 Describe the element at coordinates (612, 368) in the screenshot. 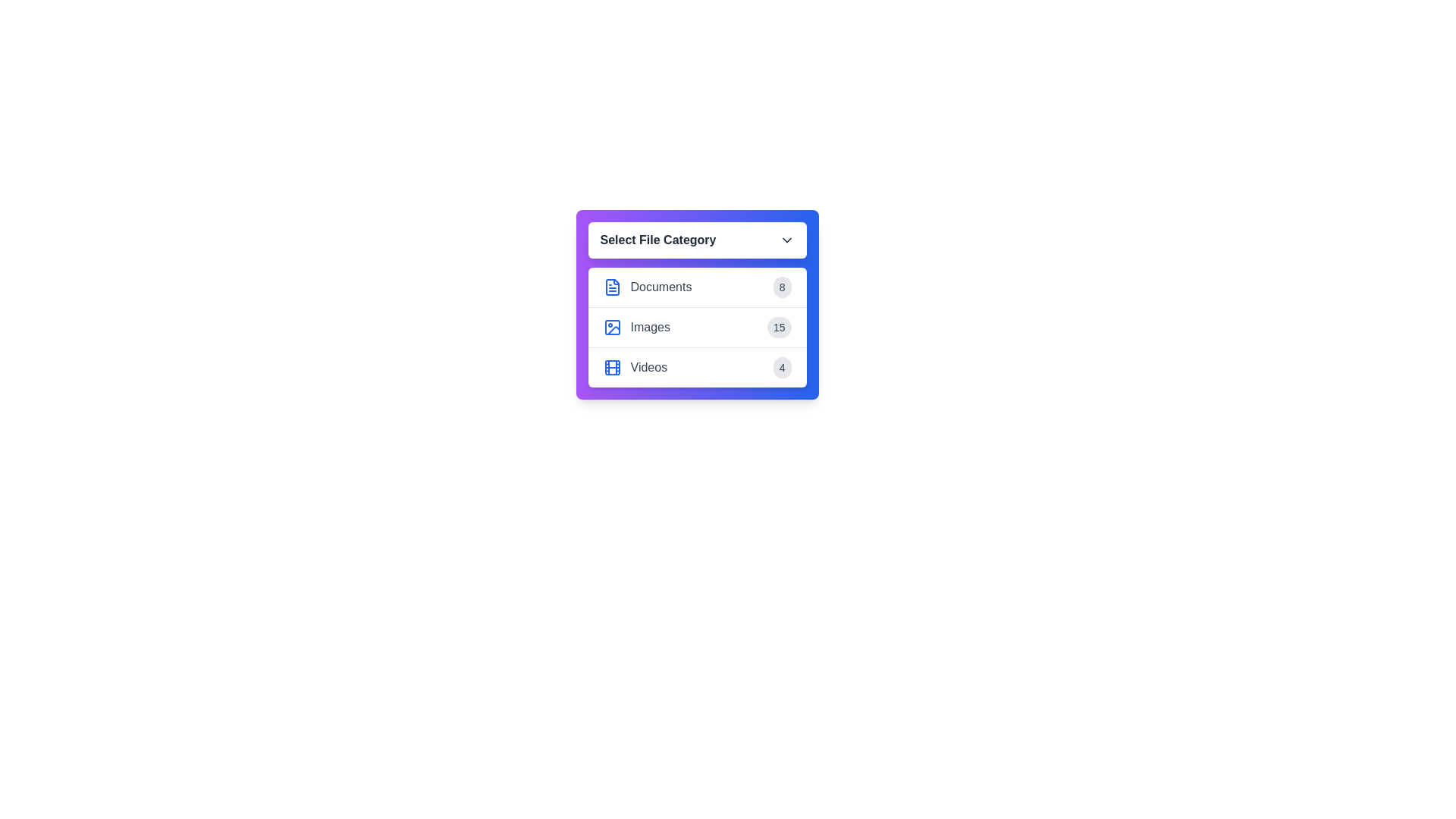

I see `the film icon representing the 'Videos' category, located within the third list item under the label 'Videos'` at that location.